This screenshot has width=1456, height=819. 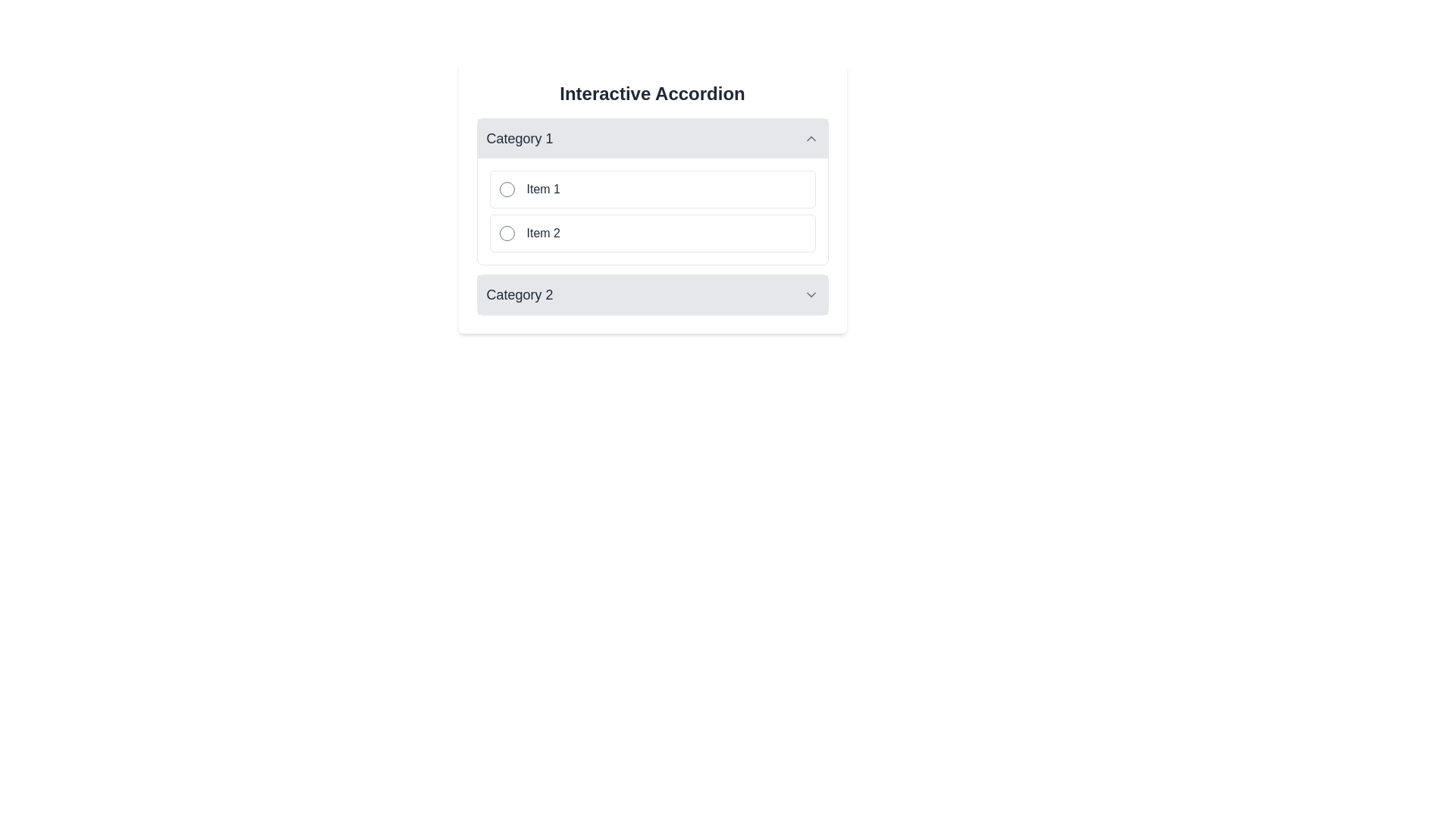 What do you see at coordinates (519, 138) in the screenshot?
I see `value of the Label text that indicates the category name for the collapsible section of the accordion, positioned to the left of the upward-facing chevron icon` at bounding box center [519, 138].